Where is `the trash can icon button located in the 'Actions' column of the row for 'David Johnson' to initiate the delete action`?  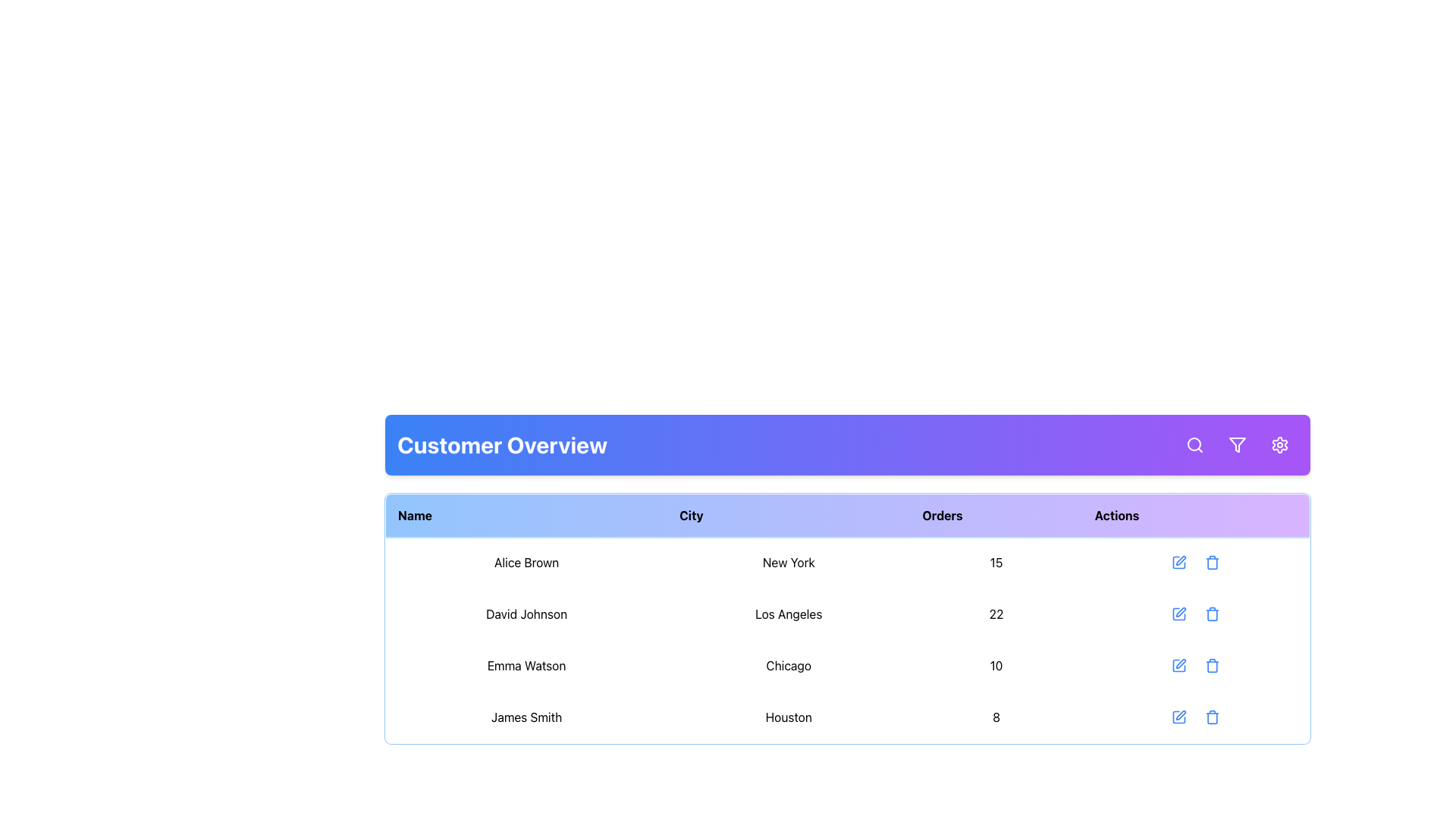 the trash can icon button located in the 'Actions' column of the row for 'David Johnson' to initiate the delete action is located at coordinates (1212, 614).